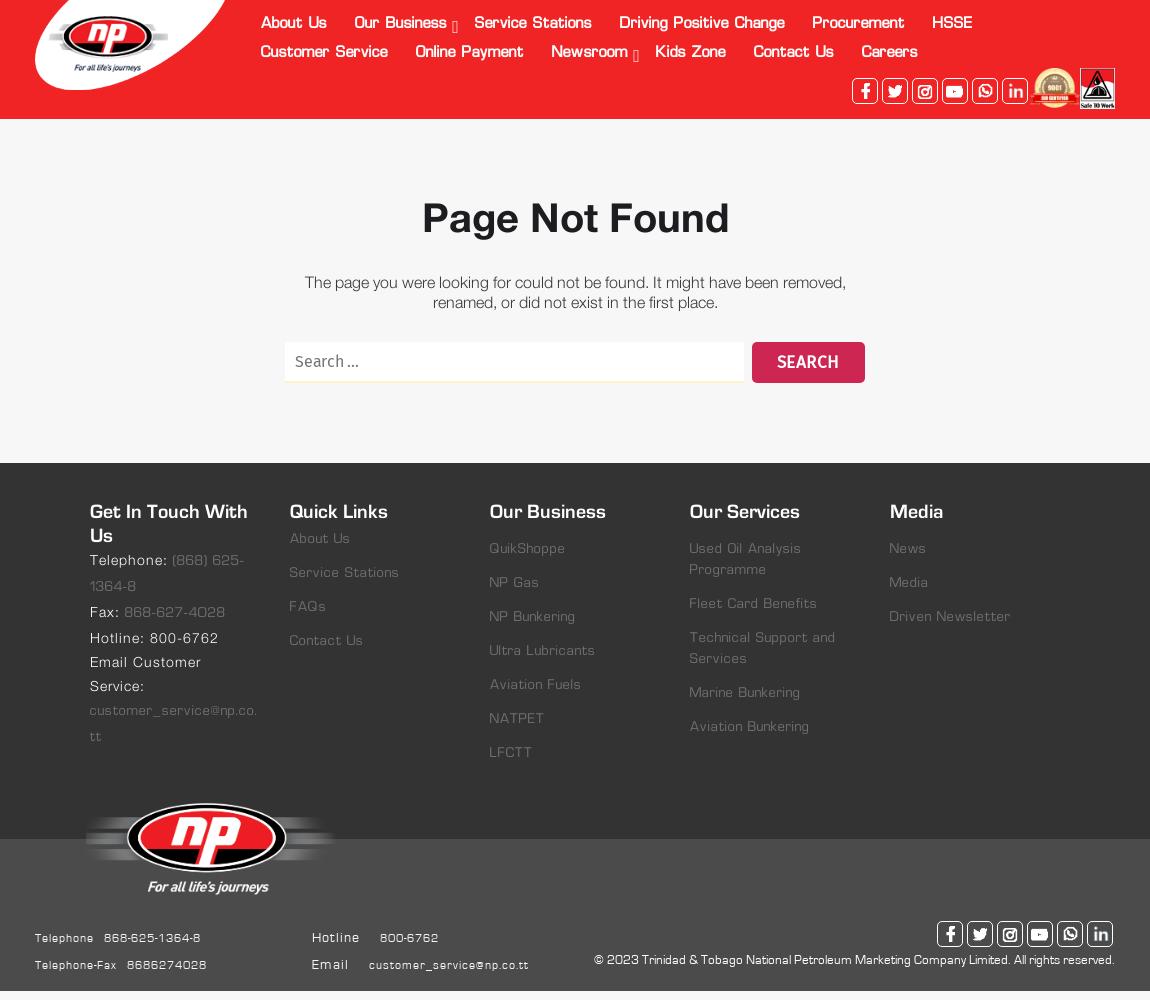 The height and width of the screenshot is (1000, 1150). Describe the element at coordinates (106, 610) in the screenshot. I see `'Fax:'` at that location.